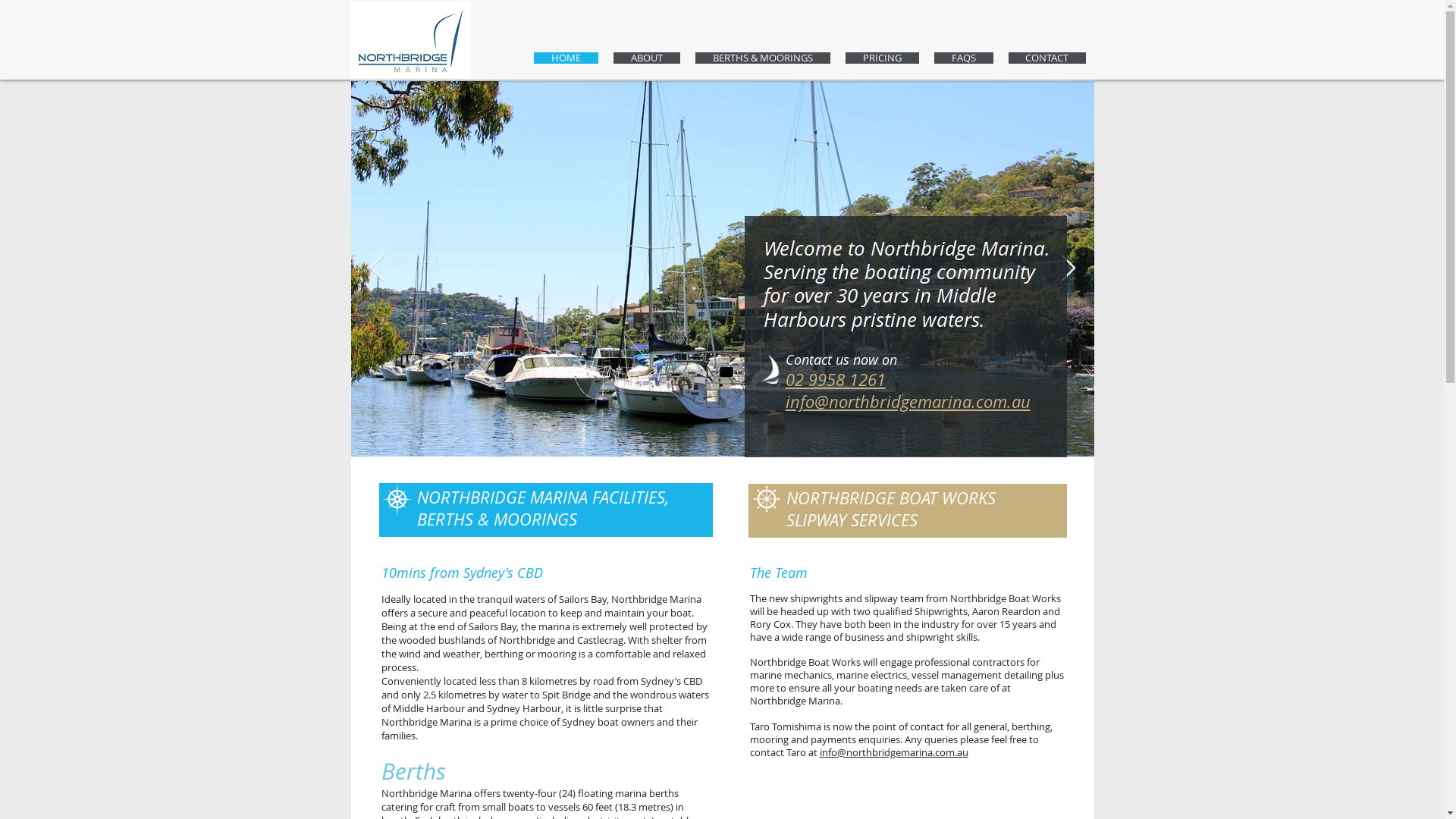 This screenshot has width=1456, height=819. Describe the element at coordinates (1442, 5) in the screenshot. I see `'Visitor Analytics'` at that location.